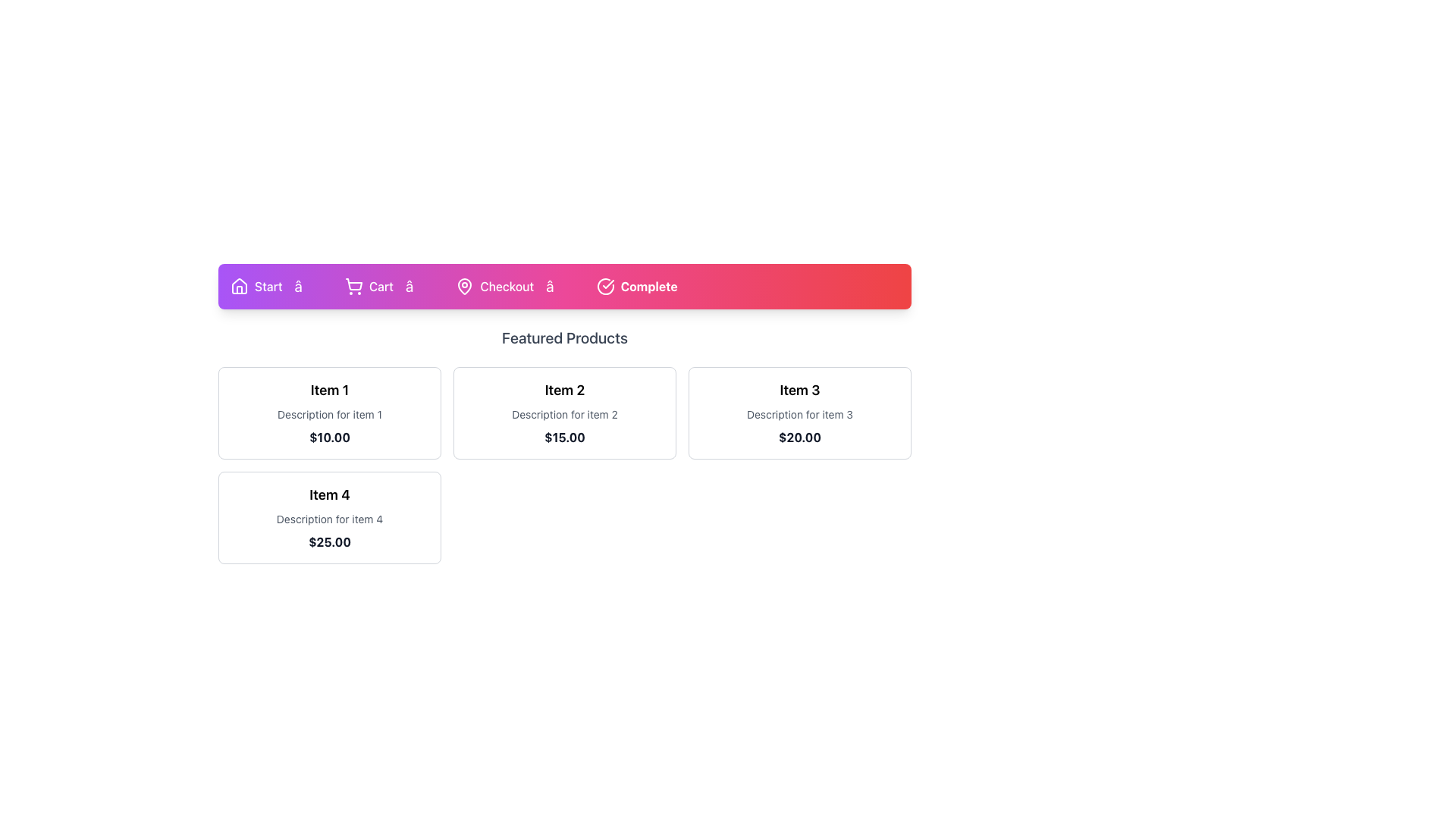 The width and height of the screenshot is (1456, 819). I want to click on the Navigation Link with Icon, which serves as the identifier for the current navigation step and directs users to the cart page or displays cart-related information, so click(369, 287).